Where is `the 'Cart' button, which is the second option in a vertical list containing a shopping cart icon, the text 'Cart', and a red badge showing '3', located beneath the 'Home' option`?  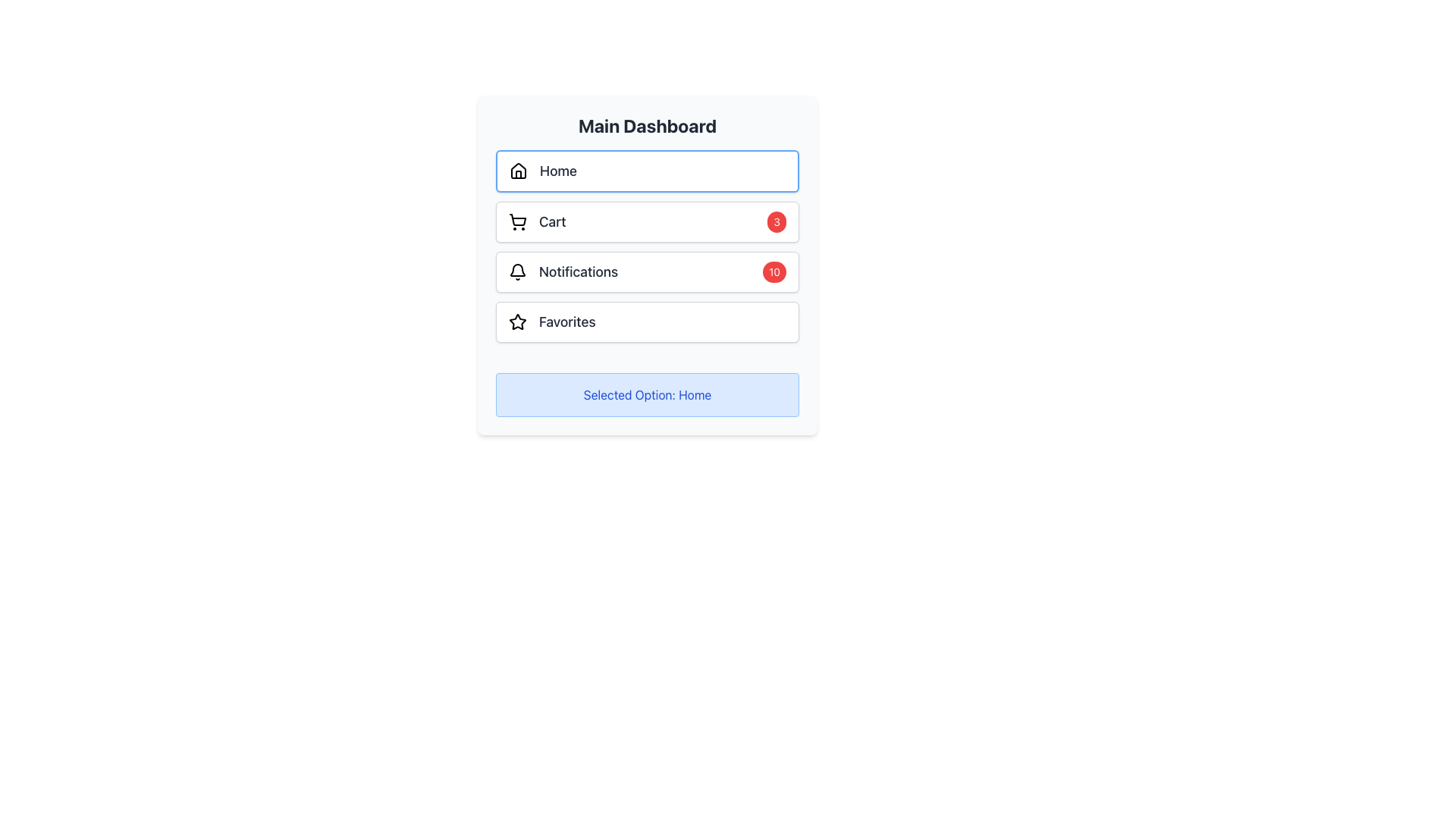
the 'Cart' button, which is the second option in a vertical list containing a shopping cart icon, the text 'Cart', and a red badge showing '3', located beneath the 'Home' option is located at coordinates (648, 222).